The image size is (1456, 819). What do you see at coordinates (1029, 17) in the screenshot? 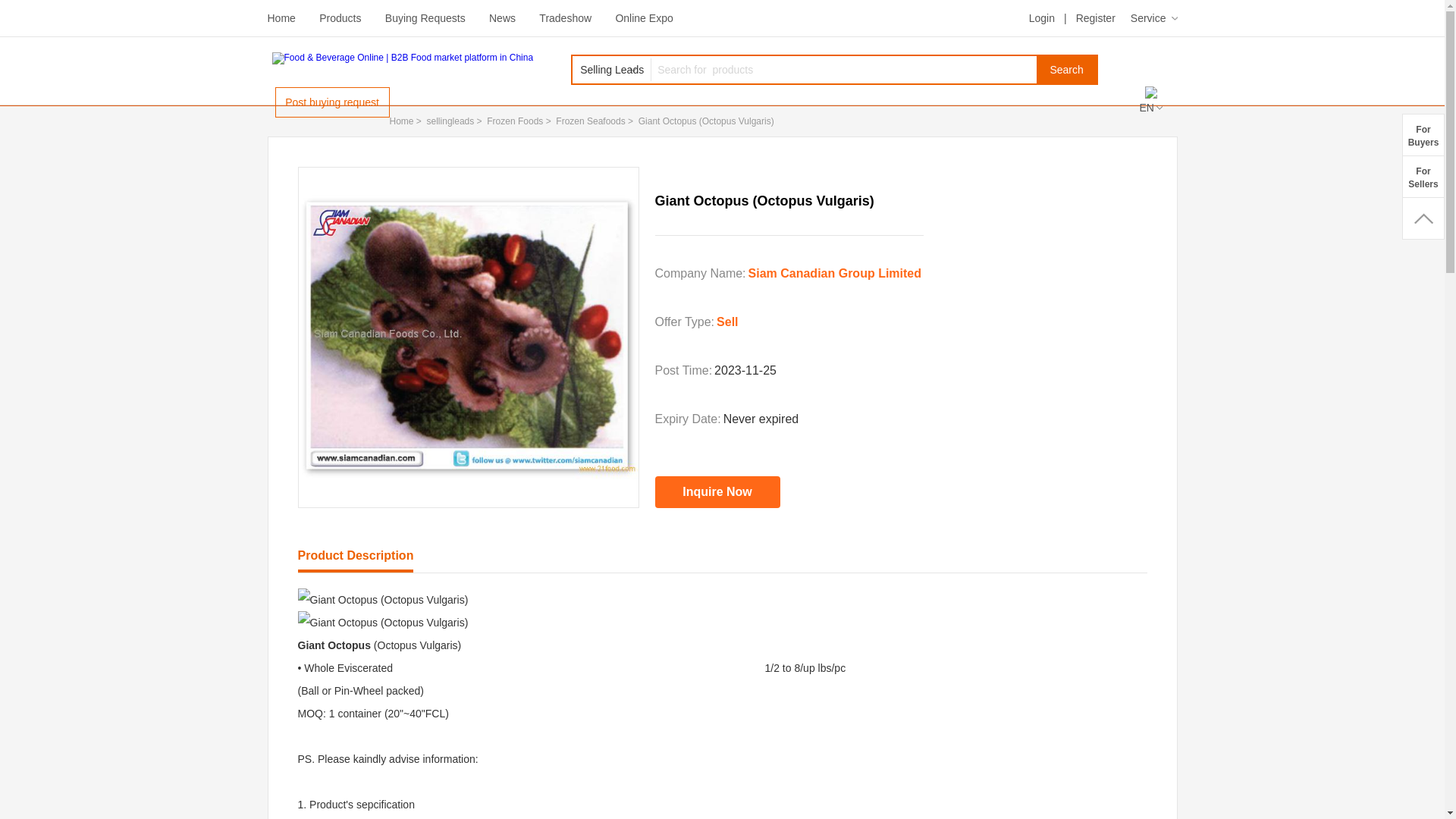
I see `'Login'` at bounding box center [1029, 17].